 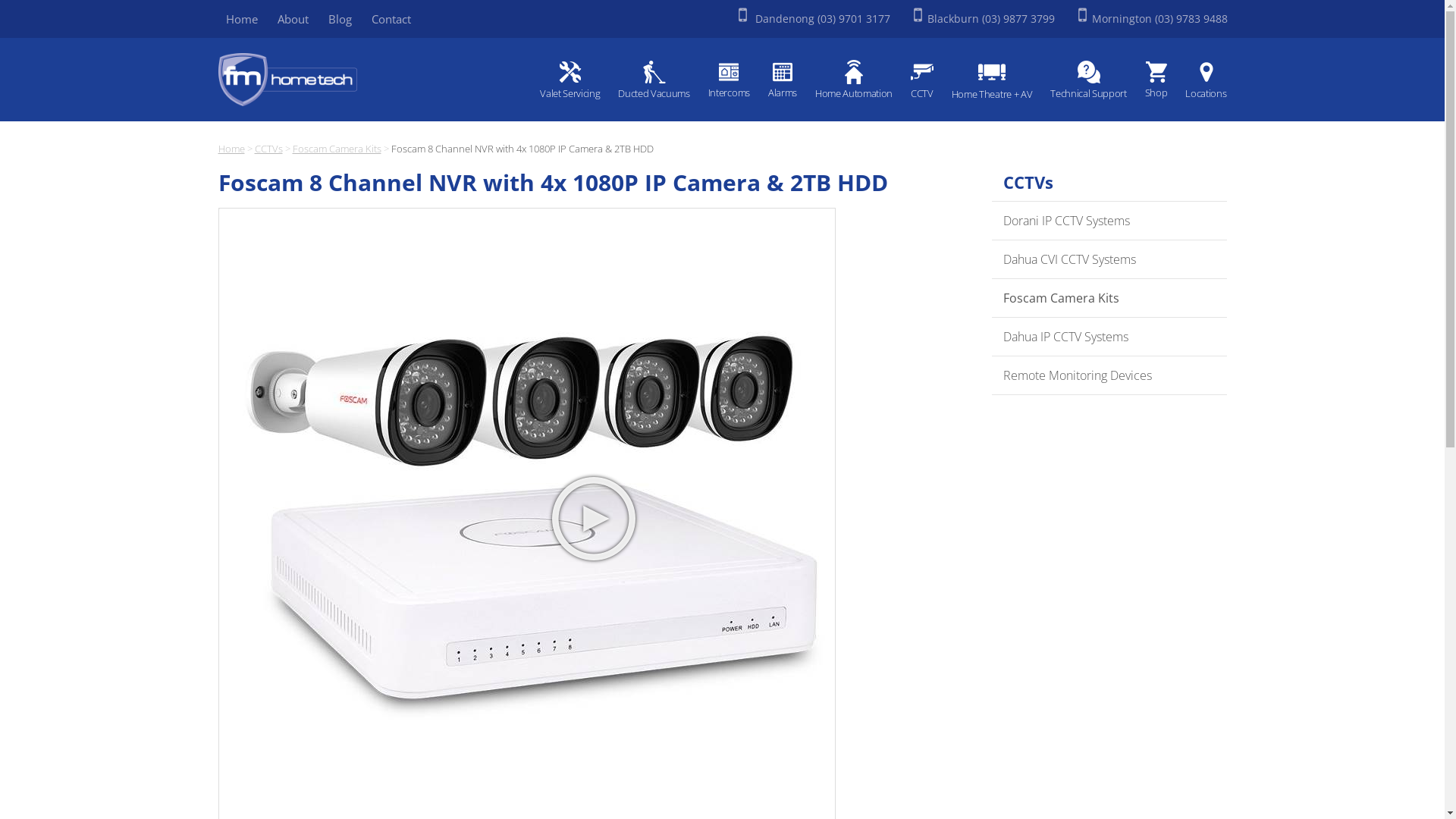 What do you see at coordinates (1109, 336) in the screenshot?
I see `'Dahua IP CCTV Systems'` at bounding box center [1109, 336].